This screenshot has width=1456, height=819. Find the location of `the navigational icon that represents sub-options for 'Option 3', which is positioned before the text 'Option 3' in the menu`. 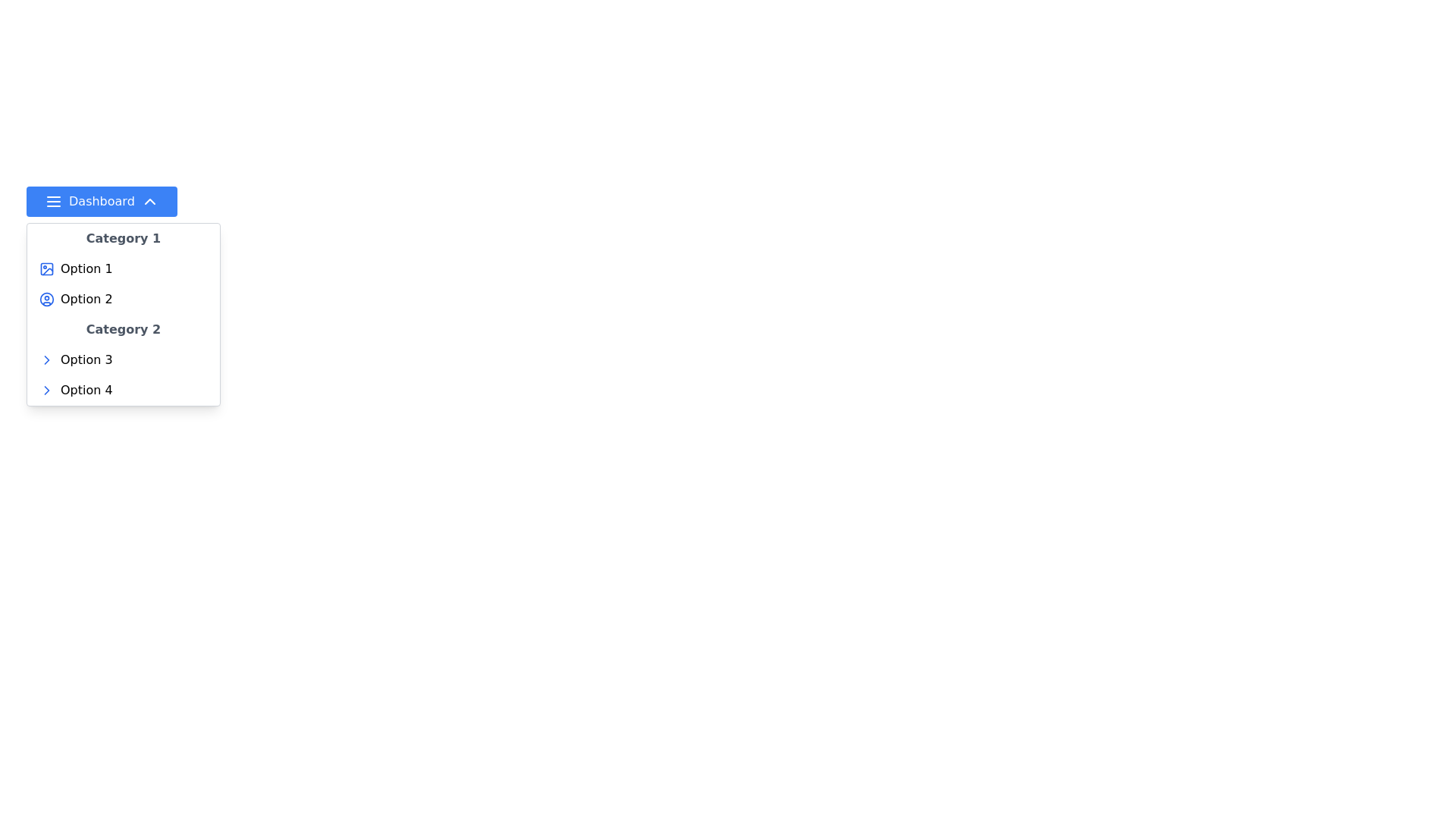

the navigational icon that represents sub-options for 'Option 3', which is positioned before the text 'Option 3' in the menu is located at coordinates (47, 359).